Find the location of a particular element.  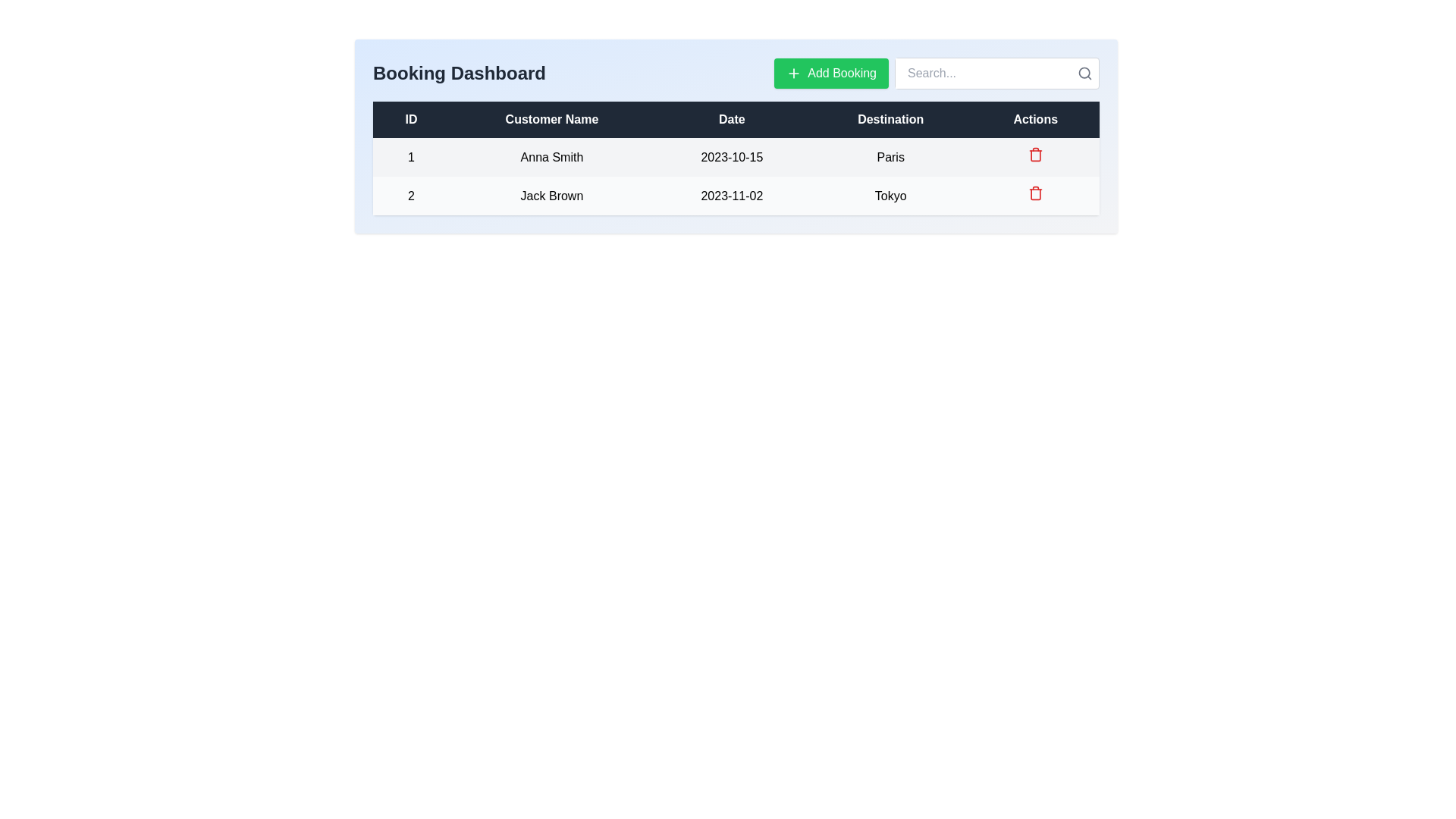

the third column header in the table that indicates dates, located between 'Customer Name' and 'Destination' is located at coordinates (732, 119).